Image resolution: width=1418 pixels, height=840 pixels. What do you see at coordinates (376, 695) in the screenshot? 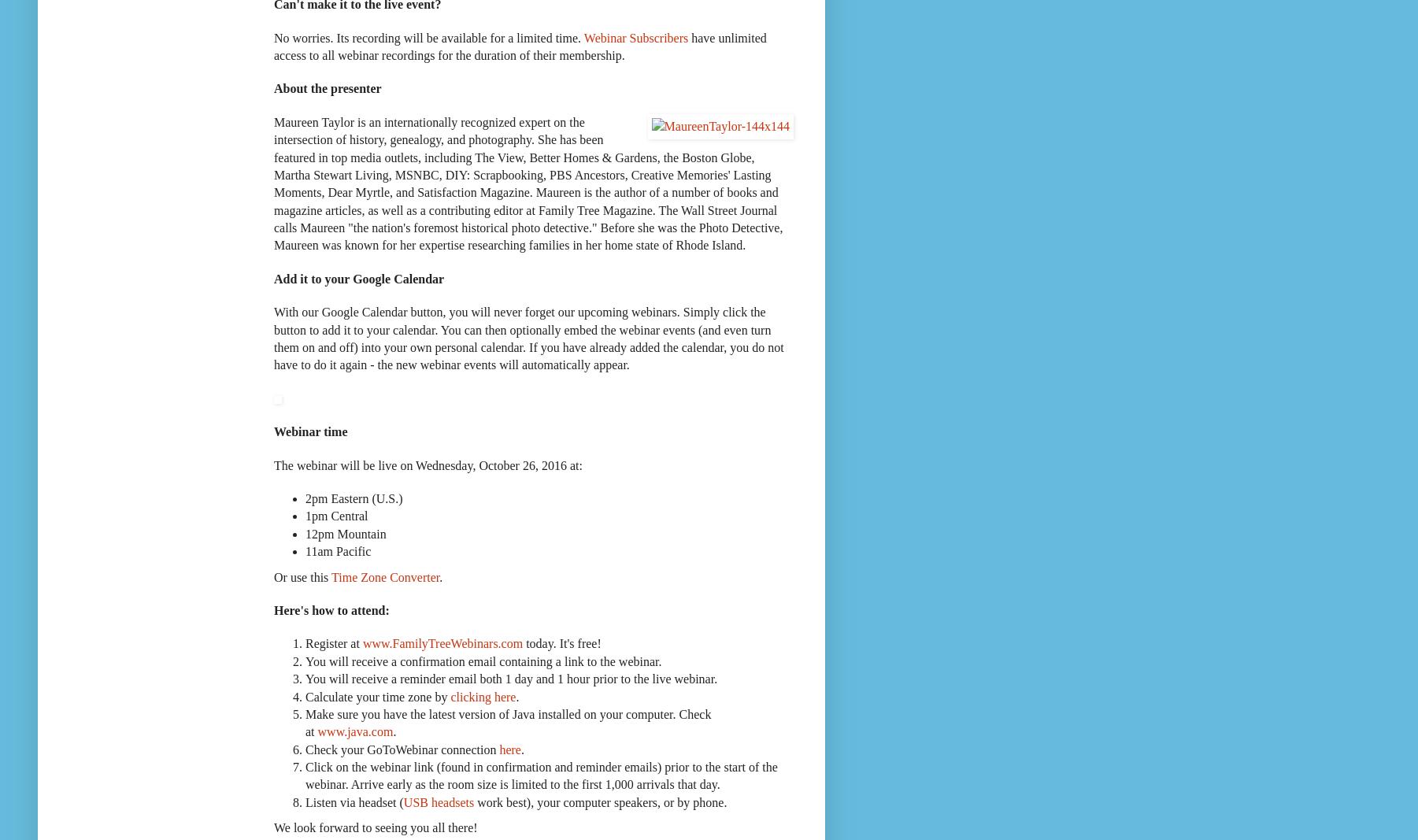
I see `'Calculate your time zone by'` at bounding box center [376, 695].